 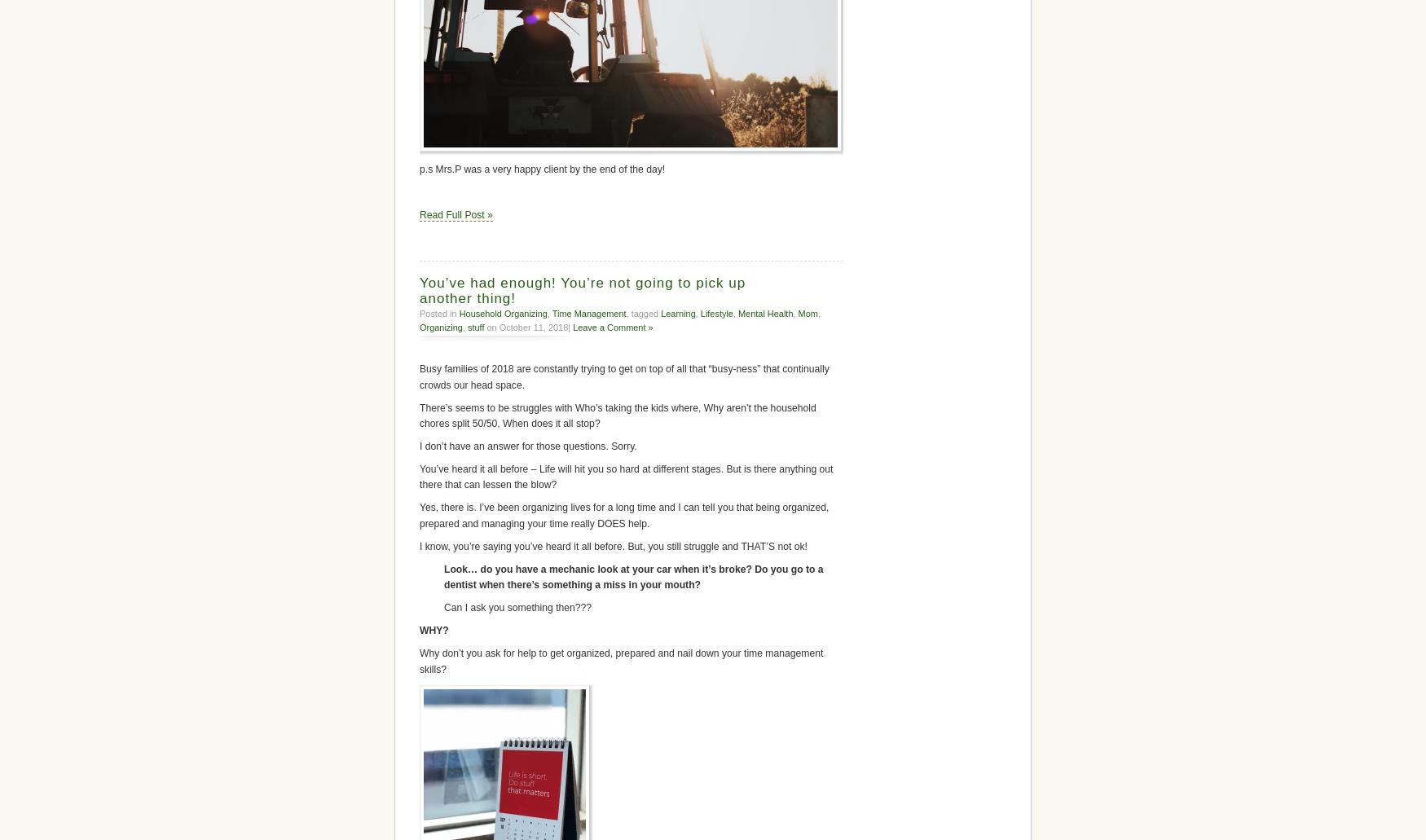 What do you see at coordinates (483, 326) in the screenshot?
I see `'on October 11, 2018|'` at bounding box center [483, 326].